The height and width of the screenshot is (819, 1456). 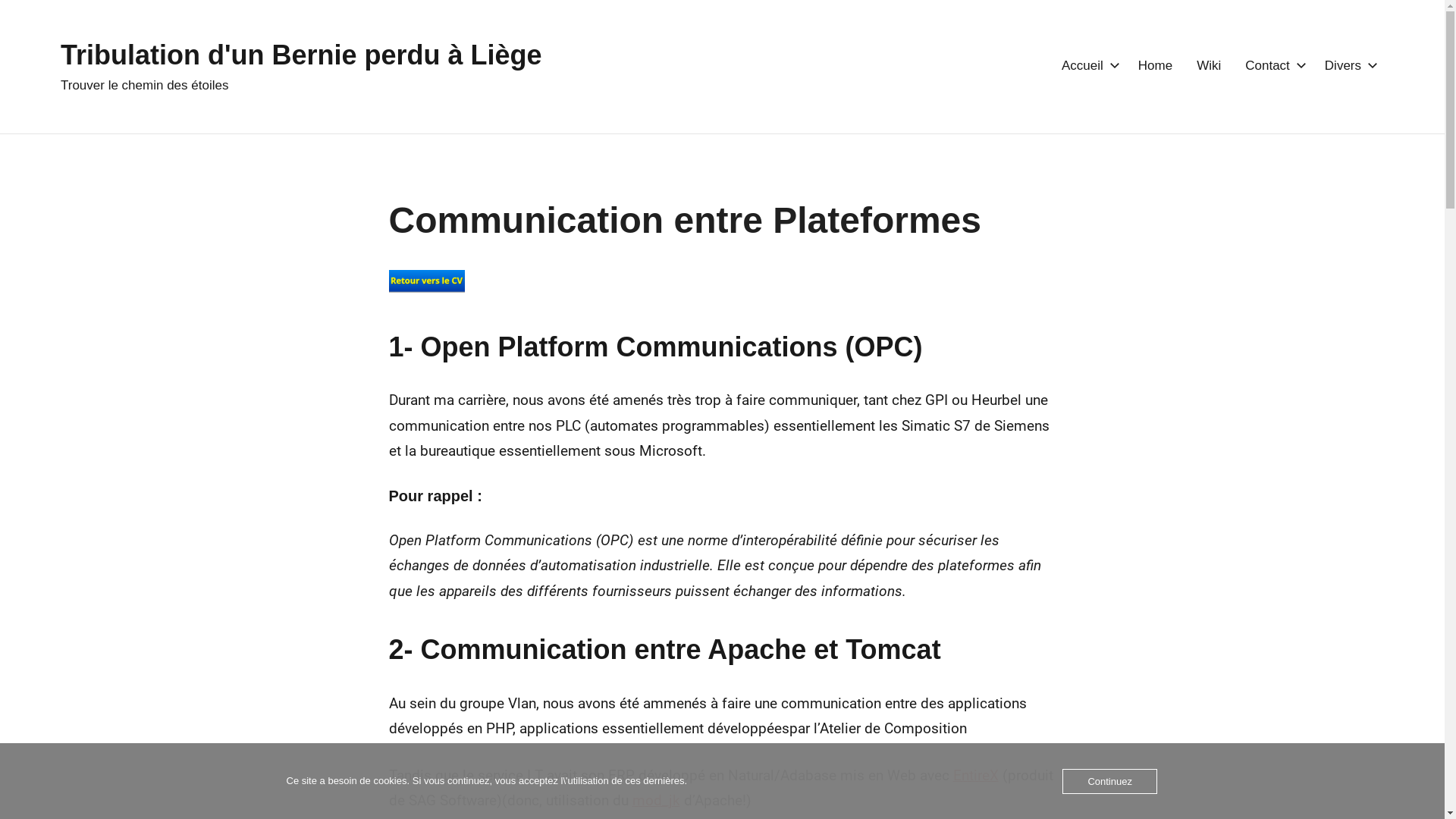 What do you see at coordinates (1109, 781) in the screenshot?
I see `'Continuez'` at bounding box center [1109, 781].